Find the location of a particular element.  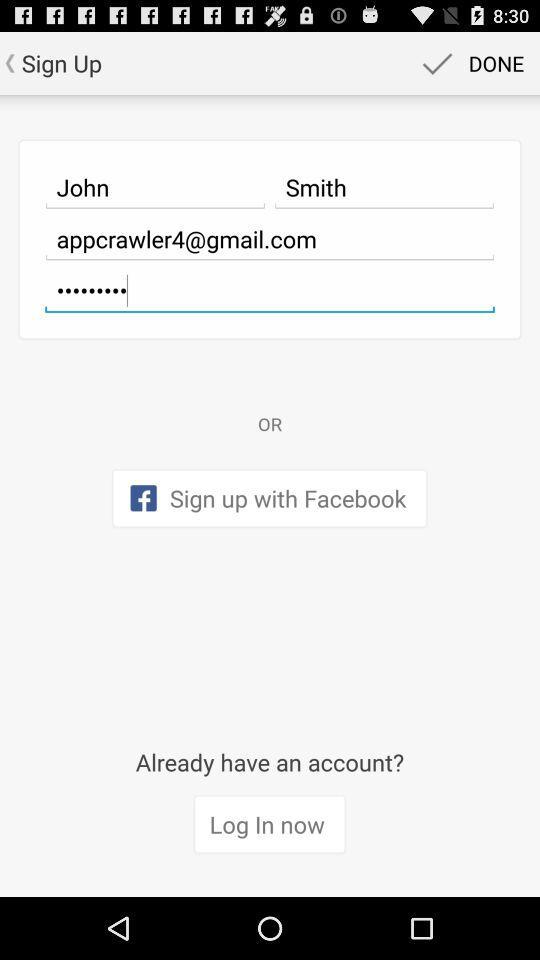

the crowd3116 icon is located at coordinates (270, 289).